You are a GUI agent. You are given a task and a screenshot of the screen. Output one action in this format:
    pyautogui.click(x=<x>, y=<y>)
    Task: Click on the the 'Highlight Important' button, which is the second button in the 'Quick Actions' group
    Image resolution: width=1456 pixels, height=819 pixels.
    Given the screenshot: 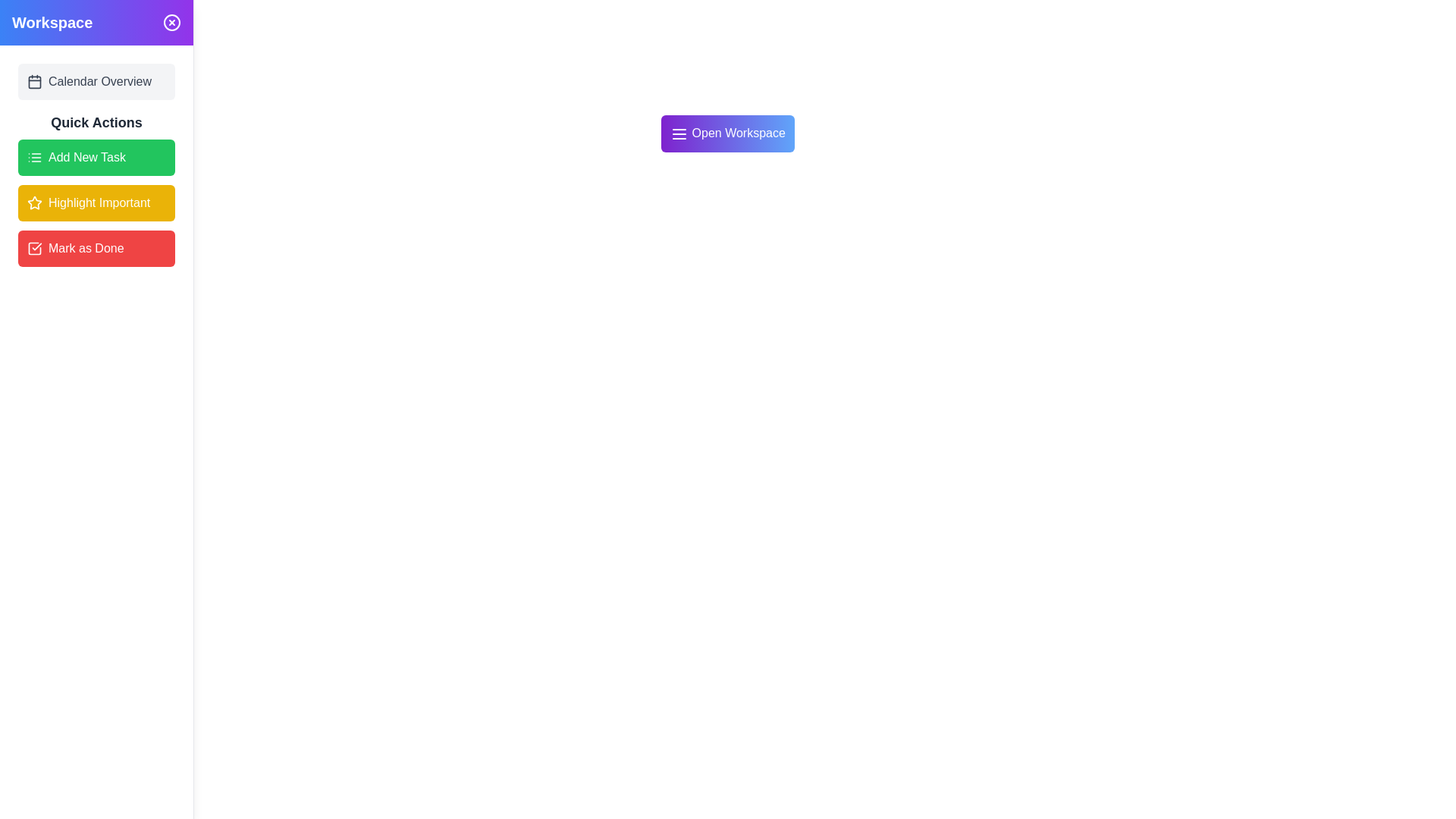 What is the action you would take?
    pyautogui.click(x=96, y=202)
    